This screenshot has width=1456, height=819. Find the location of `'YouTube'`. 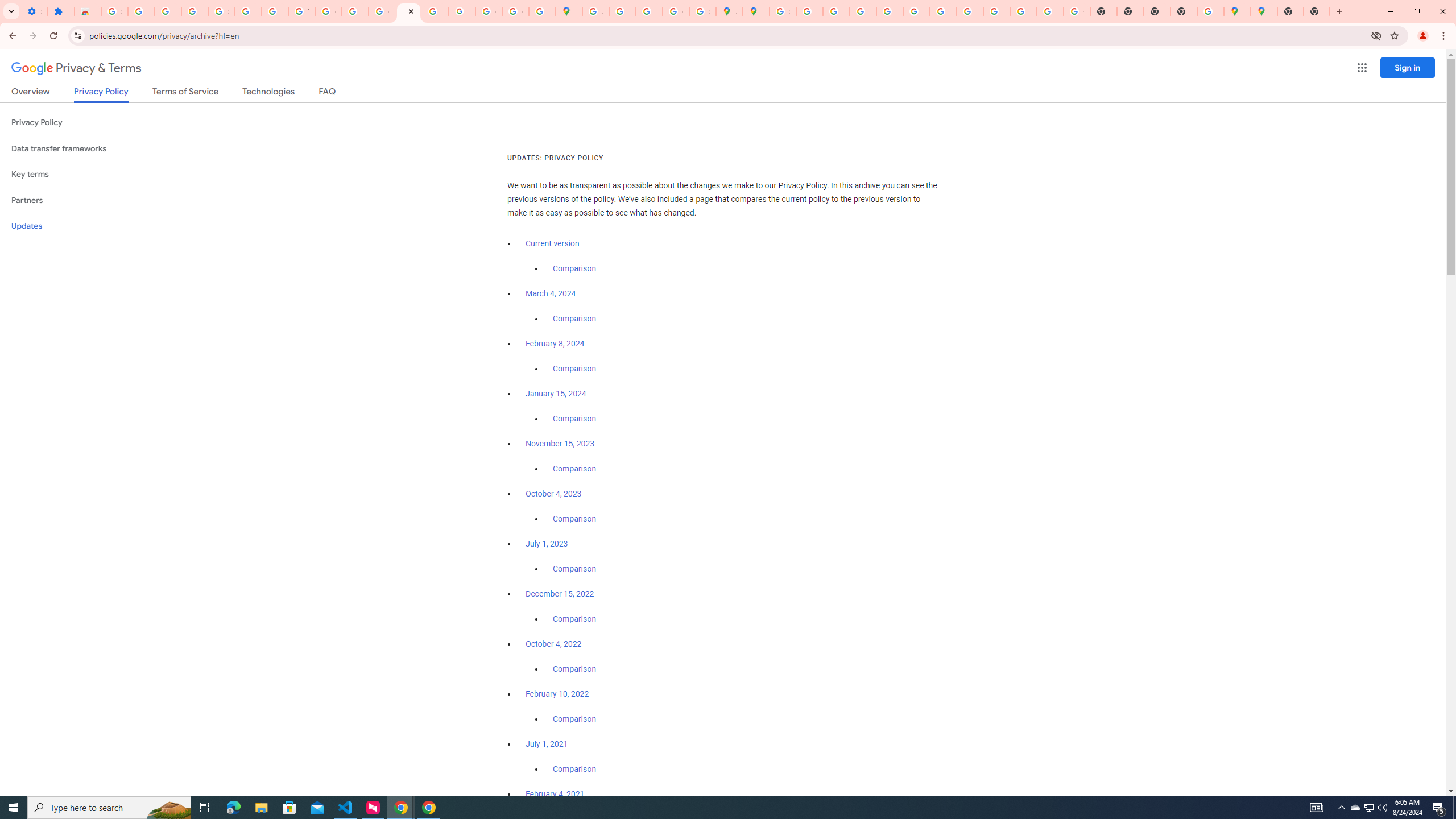

'YouTube' is located at coordinates (943, 11).